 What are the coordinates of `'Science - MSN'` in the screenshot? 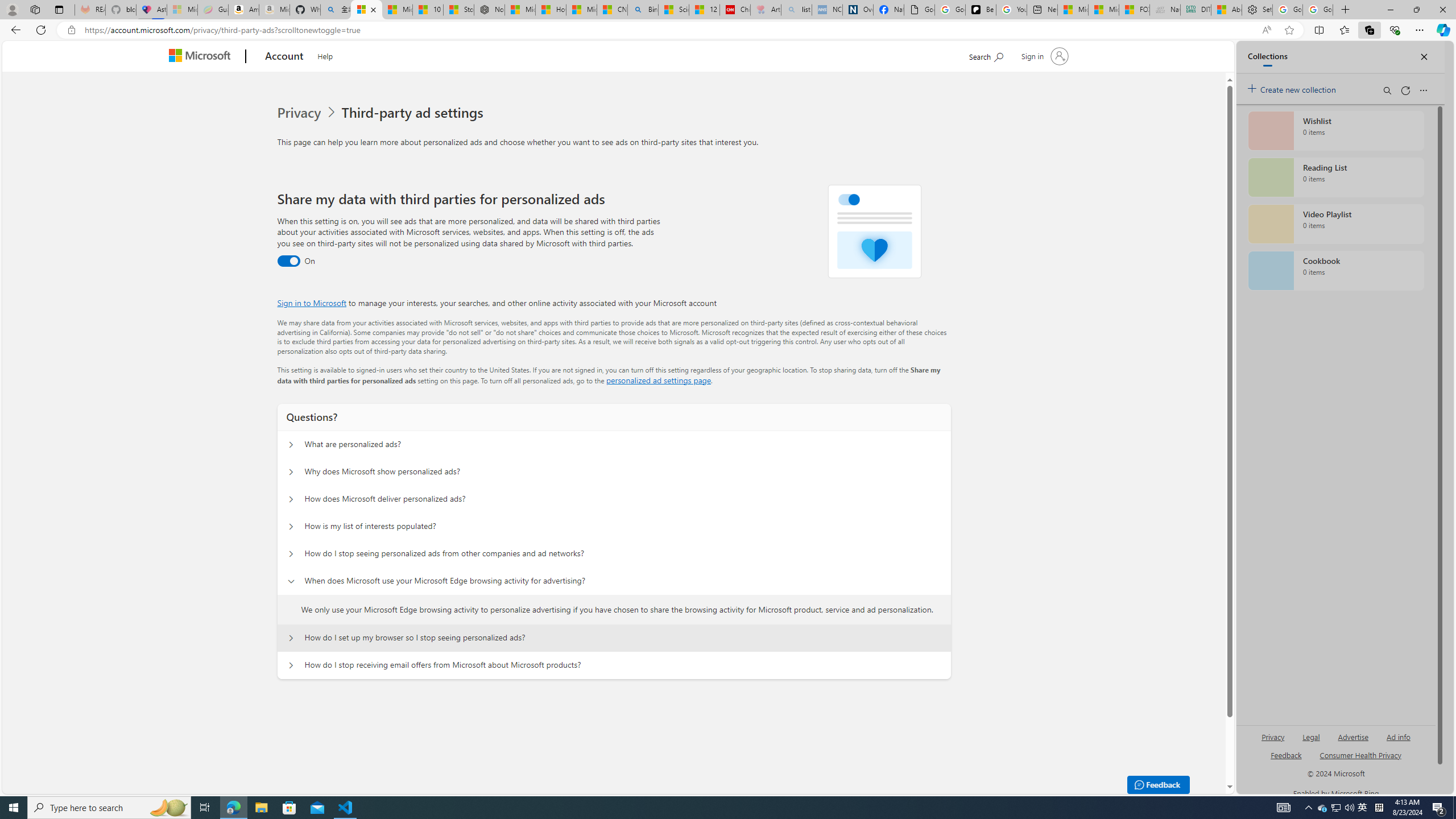 It's located at (674, 9).